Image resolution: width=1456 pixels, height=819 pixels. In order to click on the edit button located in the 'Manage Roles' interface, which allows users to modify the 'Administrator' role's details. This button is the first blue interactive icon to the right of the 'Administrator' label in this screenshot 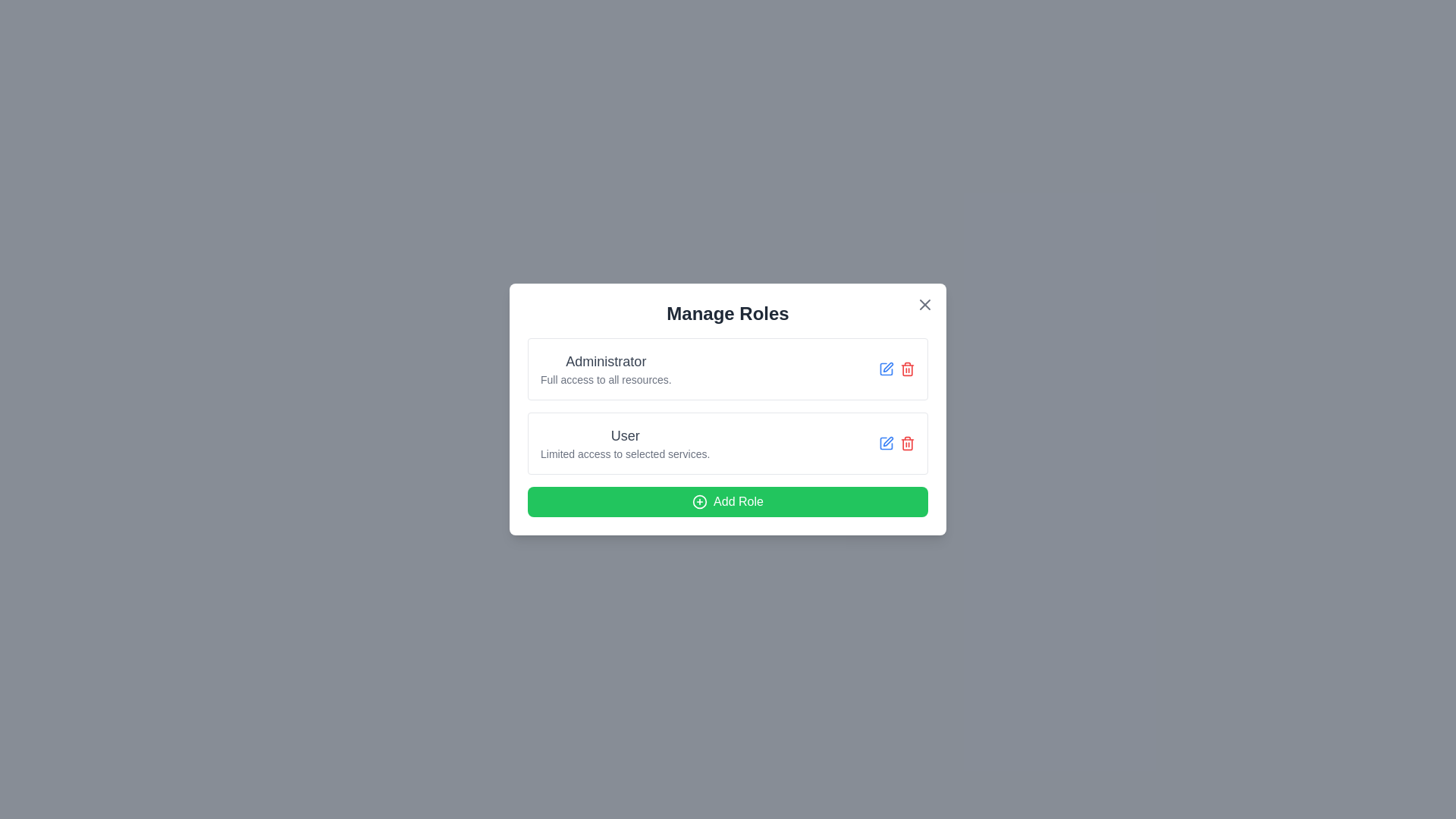, I will do `click(886, 369)`.